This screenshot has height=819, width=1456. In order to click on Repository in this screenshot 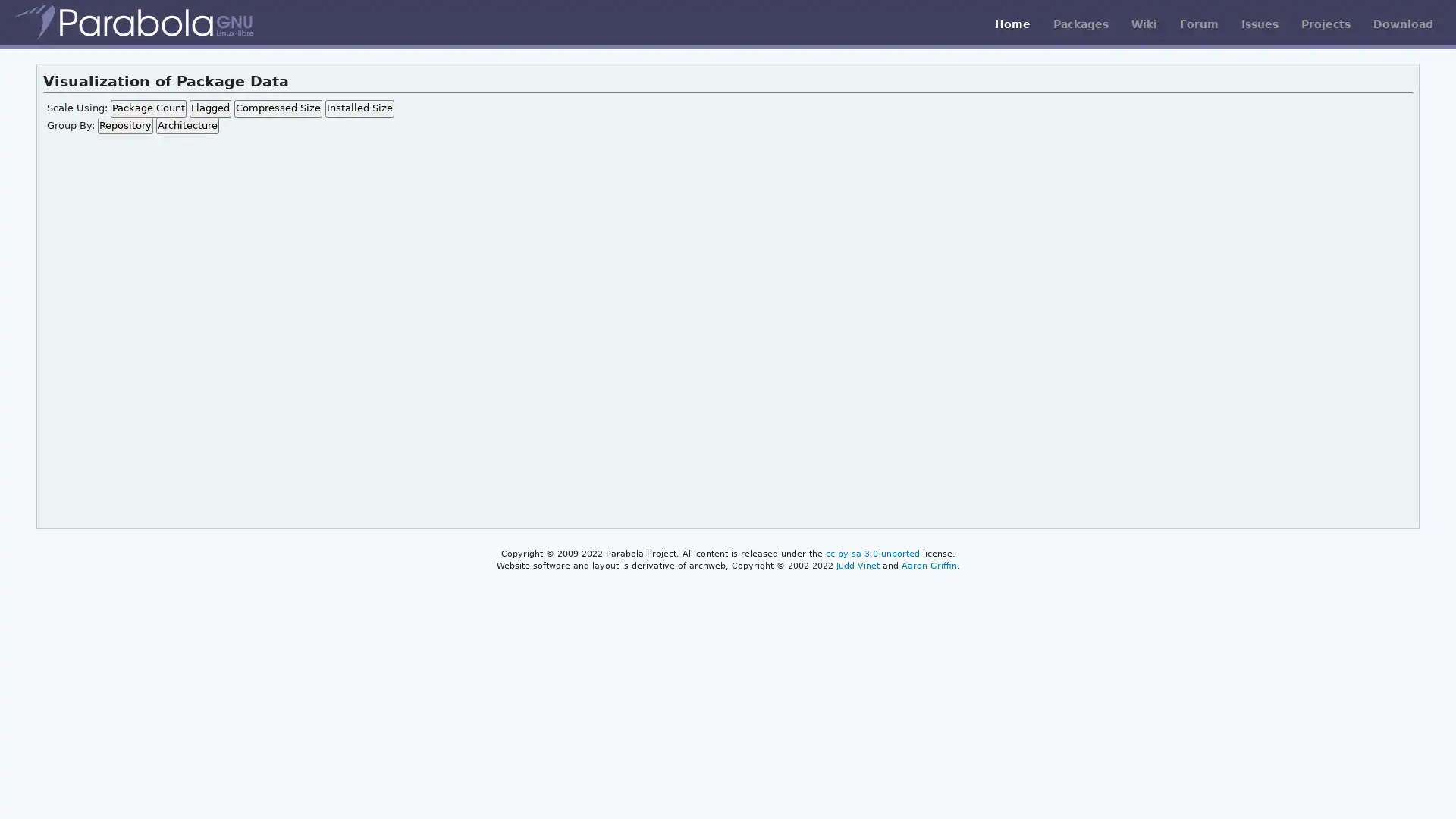, I will do `click(124, 124)`.